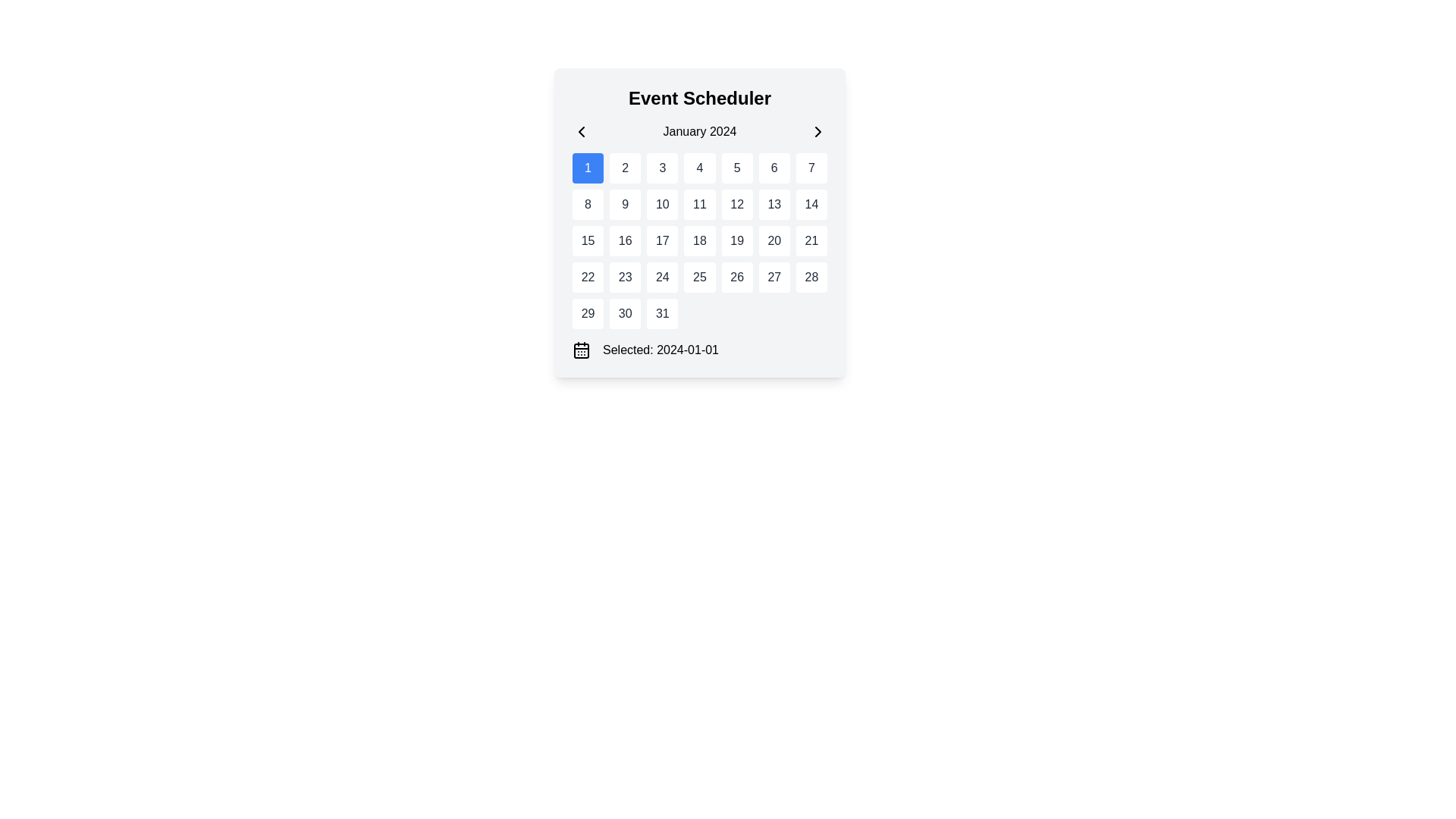 The height and width of the screenshot is (819, 1456). I want to click on the calendar day cell displaying the number '23', so click(625, 278).